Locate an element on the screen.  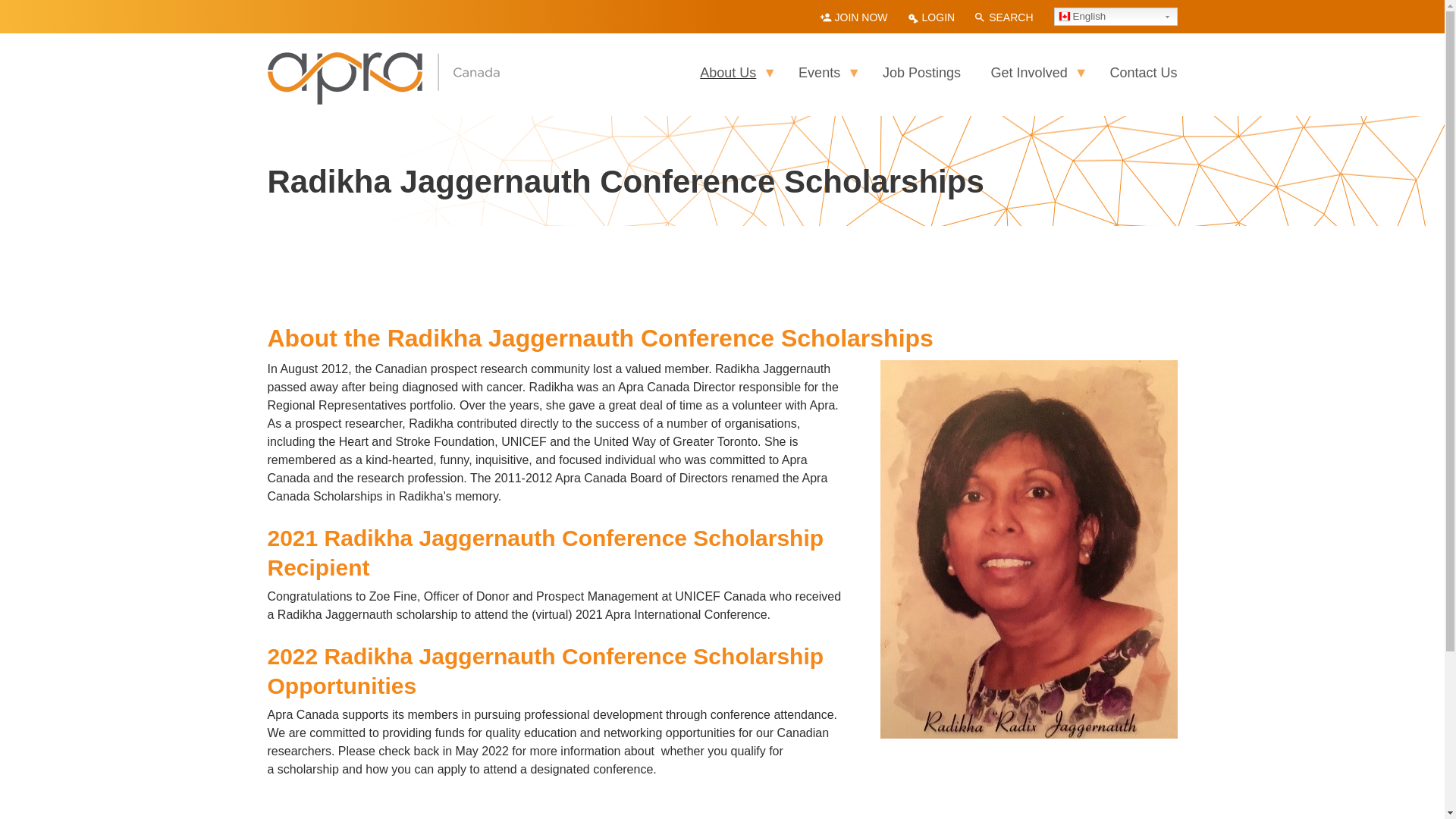
'JOIN NOW' is located at coordinates (854, 17).